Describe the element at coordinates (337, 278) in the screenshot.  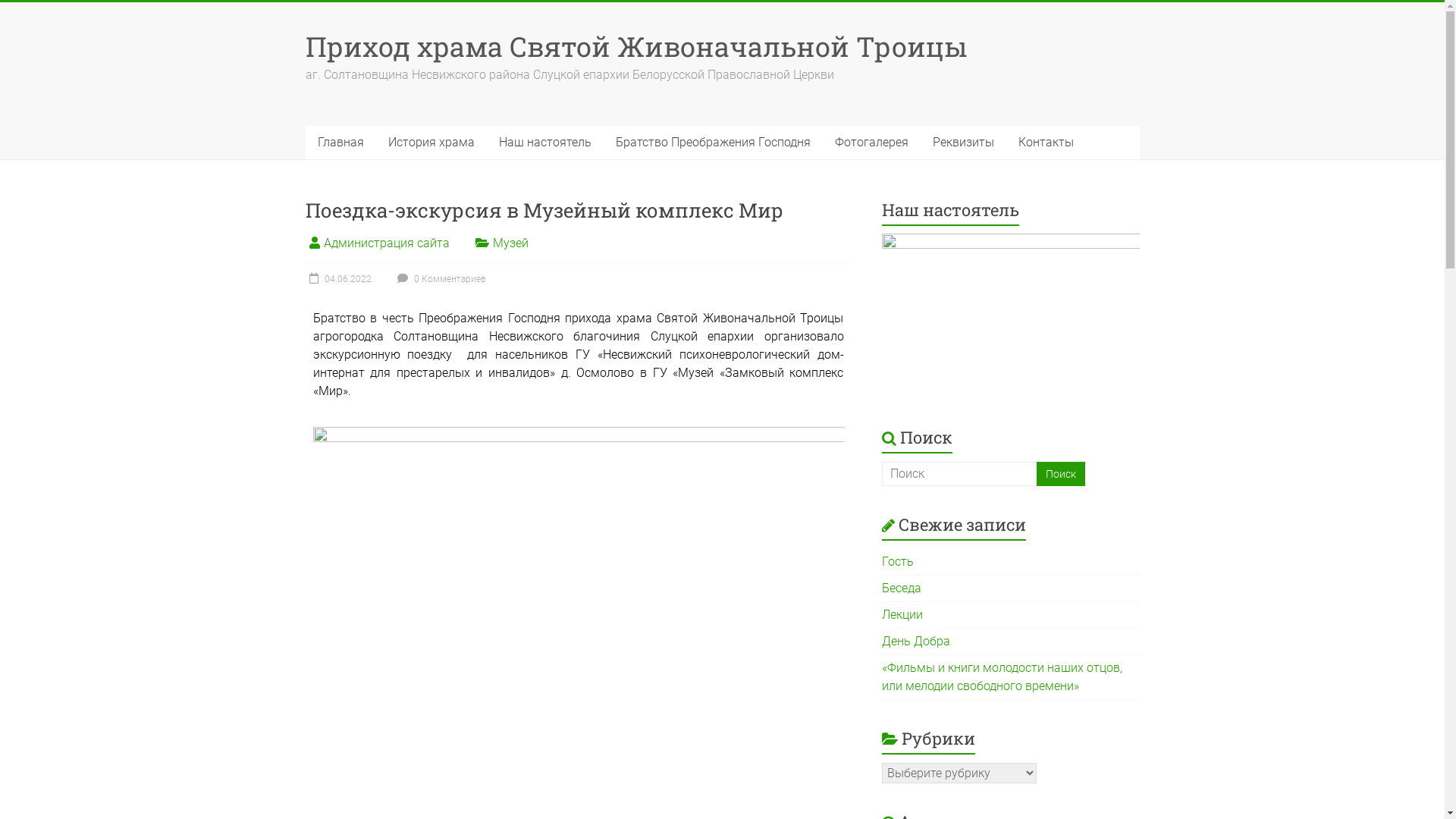
I see `'04.06.2022'` at that location.